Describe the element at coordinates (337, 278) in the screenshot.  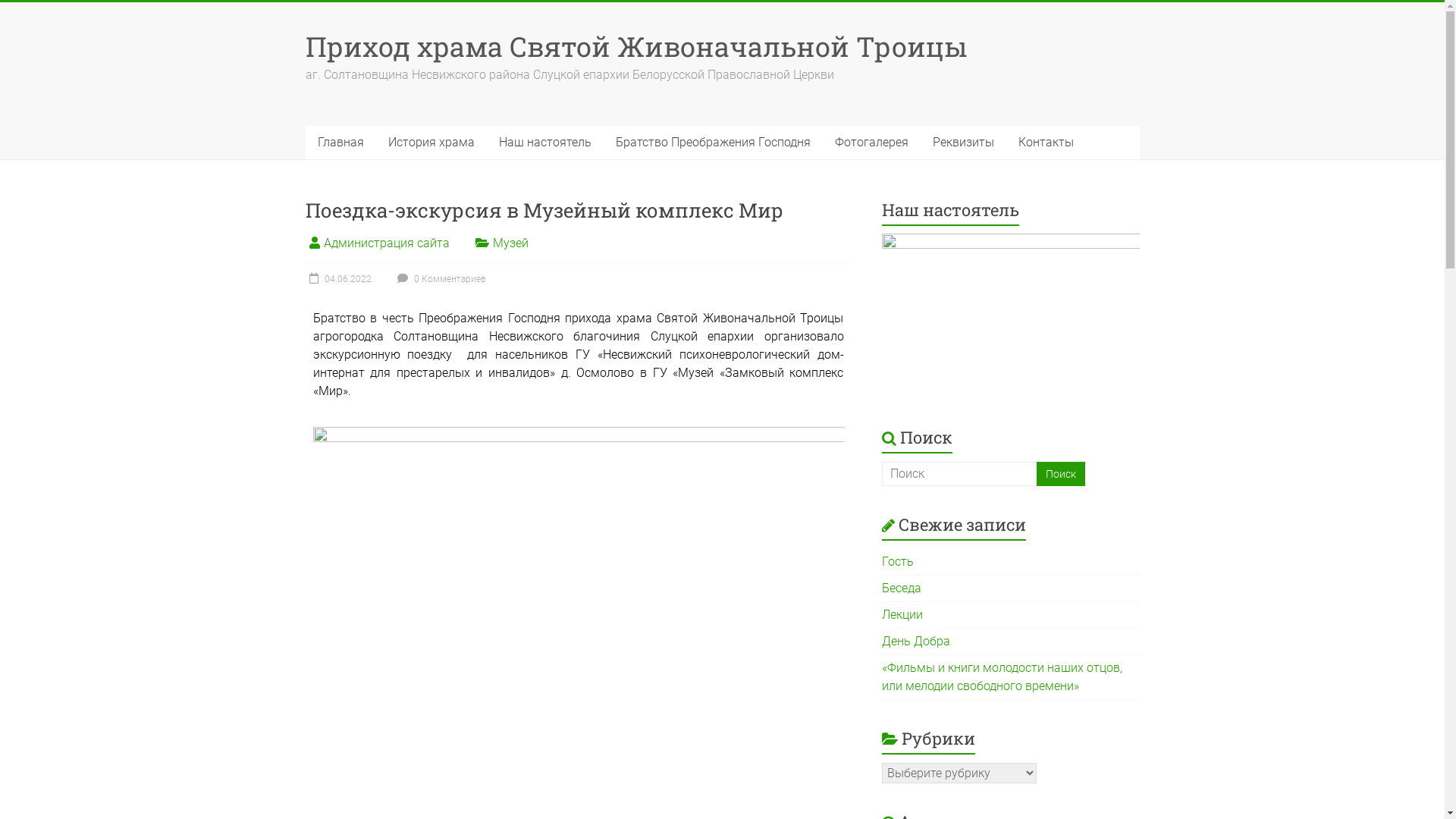
I see `'04.06.2022'` at that location.